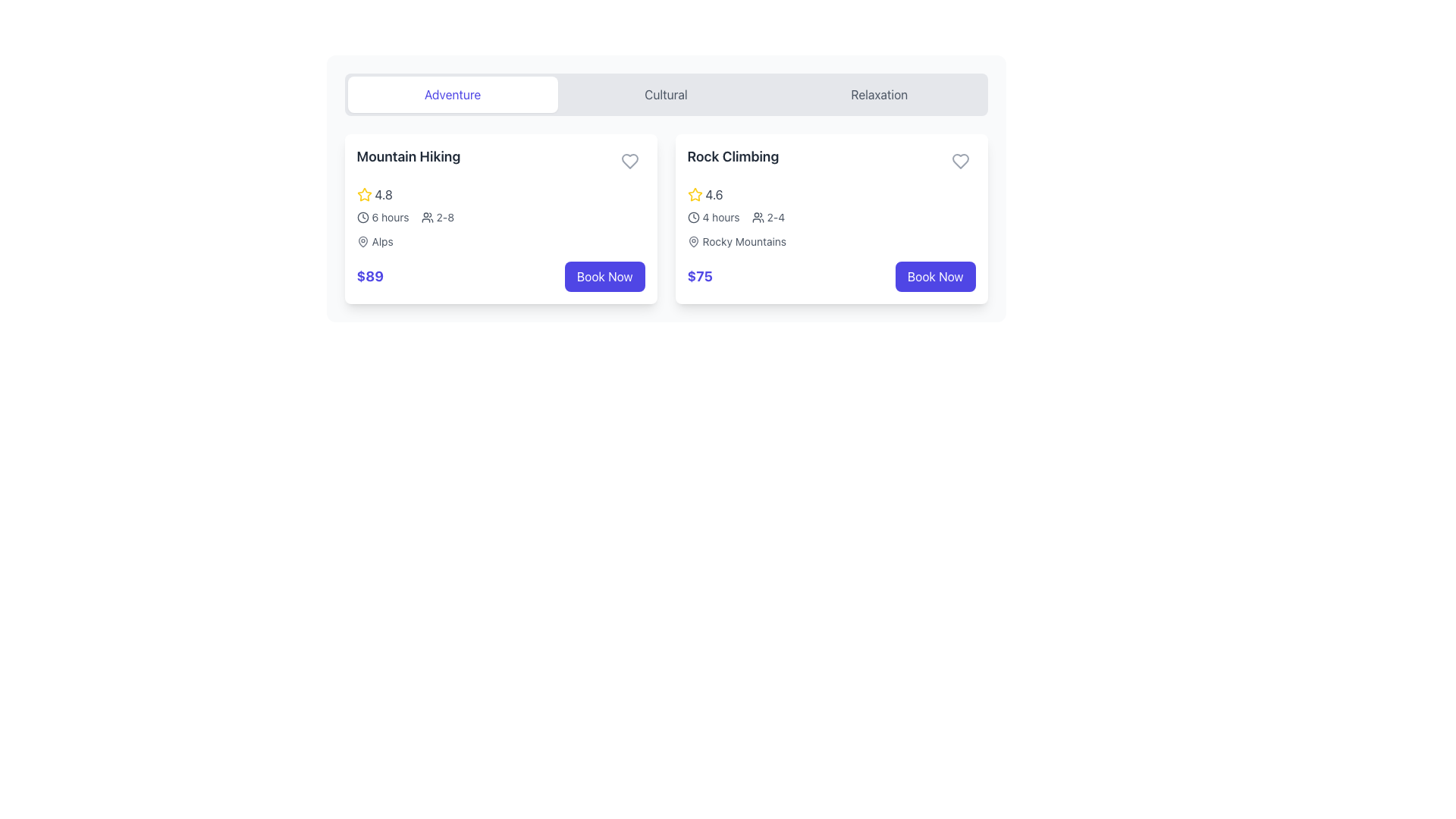 This screenshot has height=819, width=1456. What do you see at coordinates (666, 94) in the screenshot?
I see `the 'Cultural' activities button, which is the second button in a horizontal row of three buttons, located between the 'Adventure' and 'Relaxation' buttons` at bounding box center [666, 94].